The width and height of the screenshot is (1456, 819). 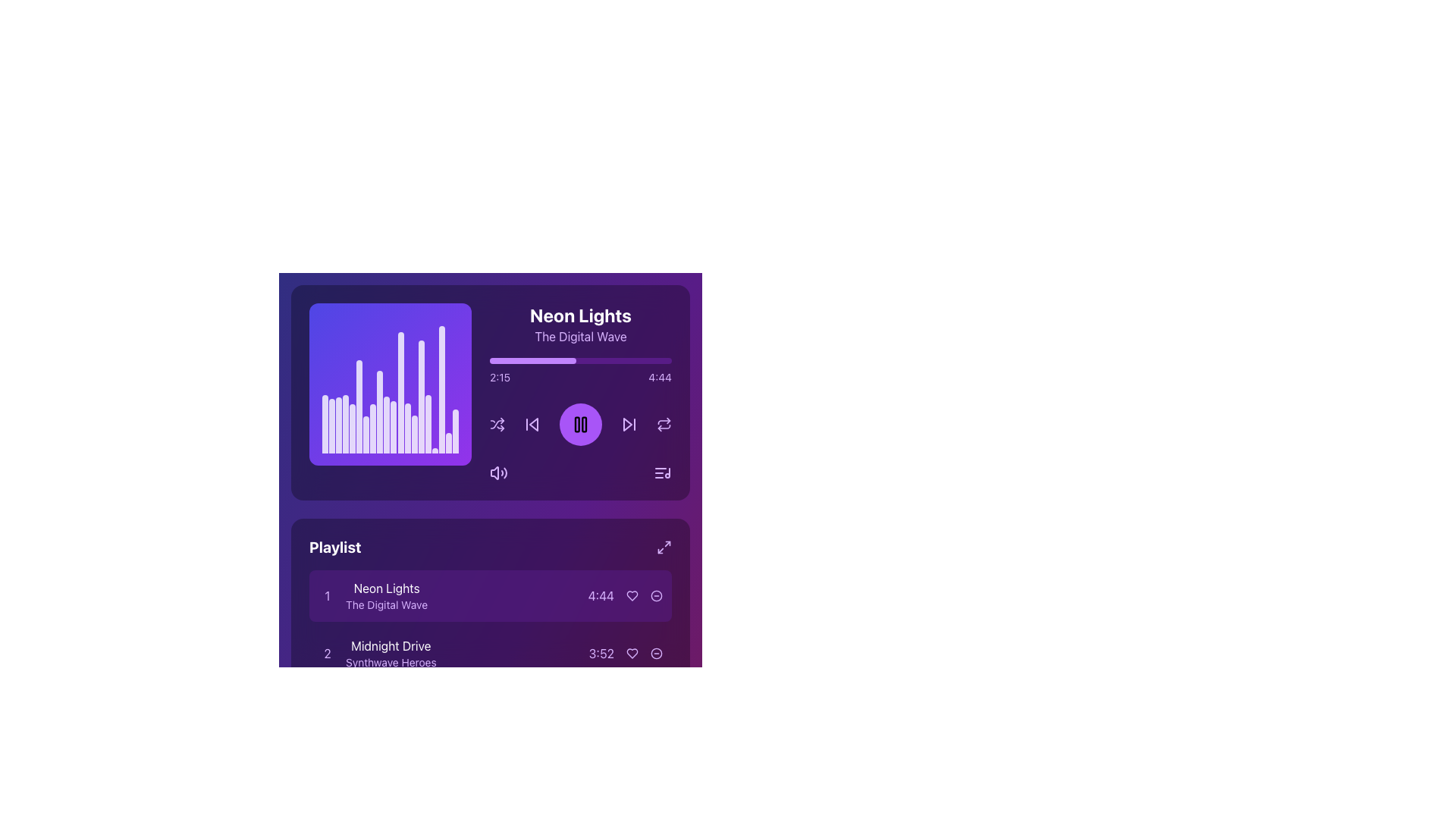 I want to click on the text label displaying the duration of the track 'Midnight Drive' in the playlist, located in the second row next to the heart icon, so click(x=626, y=652).